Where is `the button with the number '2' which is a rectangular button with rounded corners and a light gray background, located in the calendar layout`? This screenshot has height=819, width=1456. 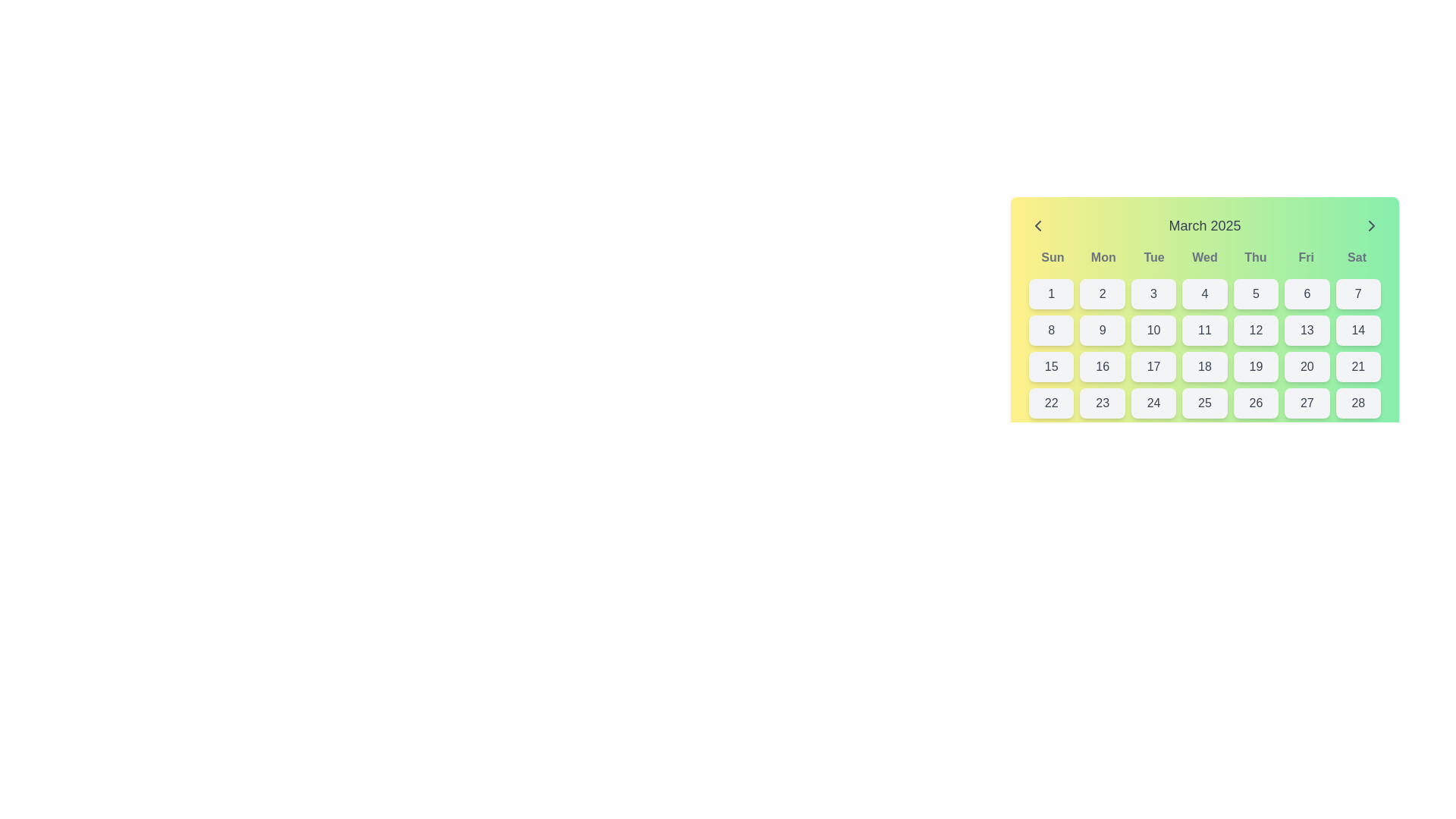 the button with the number '2' which is a rectangular button with rounded corners and a light gray background, located in the calendar layout is located at coordinates (1103, 294).